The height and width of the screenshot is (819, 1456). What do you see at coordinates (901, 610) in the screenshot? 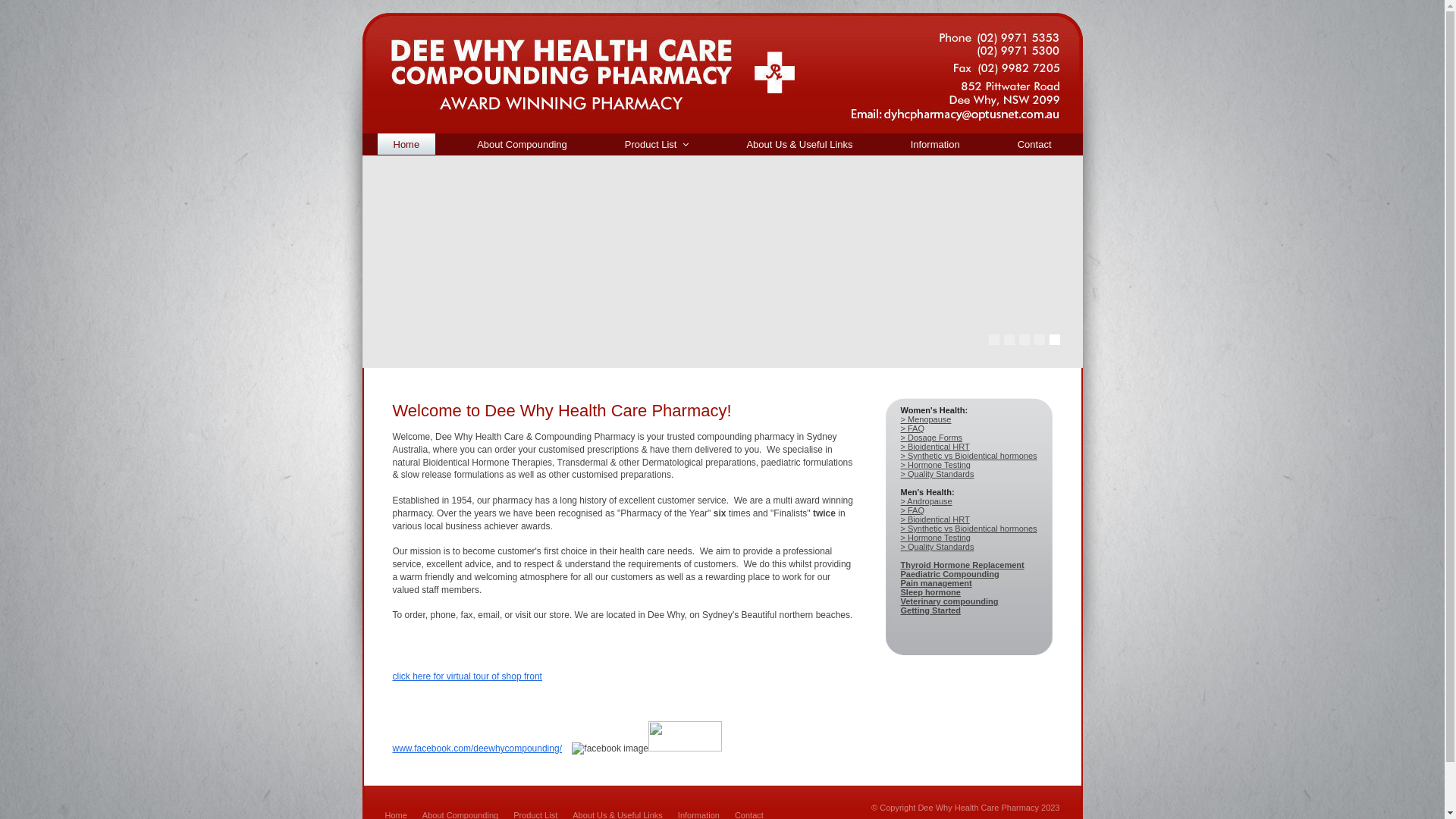
I see `'Getting Started'` at bounding box center [901, 610].